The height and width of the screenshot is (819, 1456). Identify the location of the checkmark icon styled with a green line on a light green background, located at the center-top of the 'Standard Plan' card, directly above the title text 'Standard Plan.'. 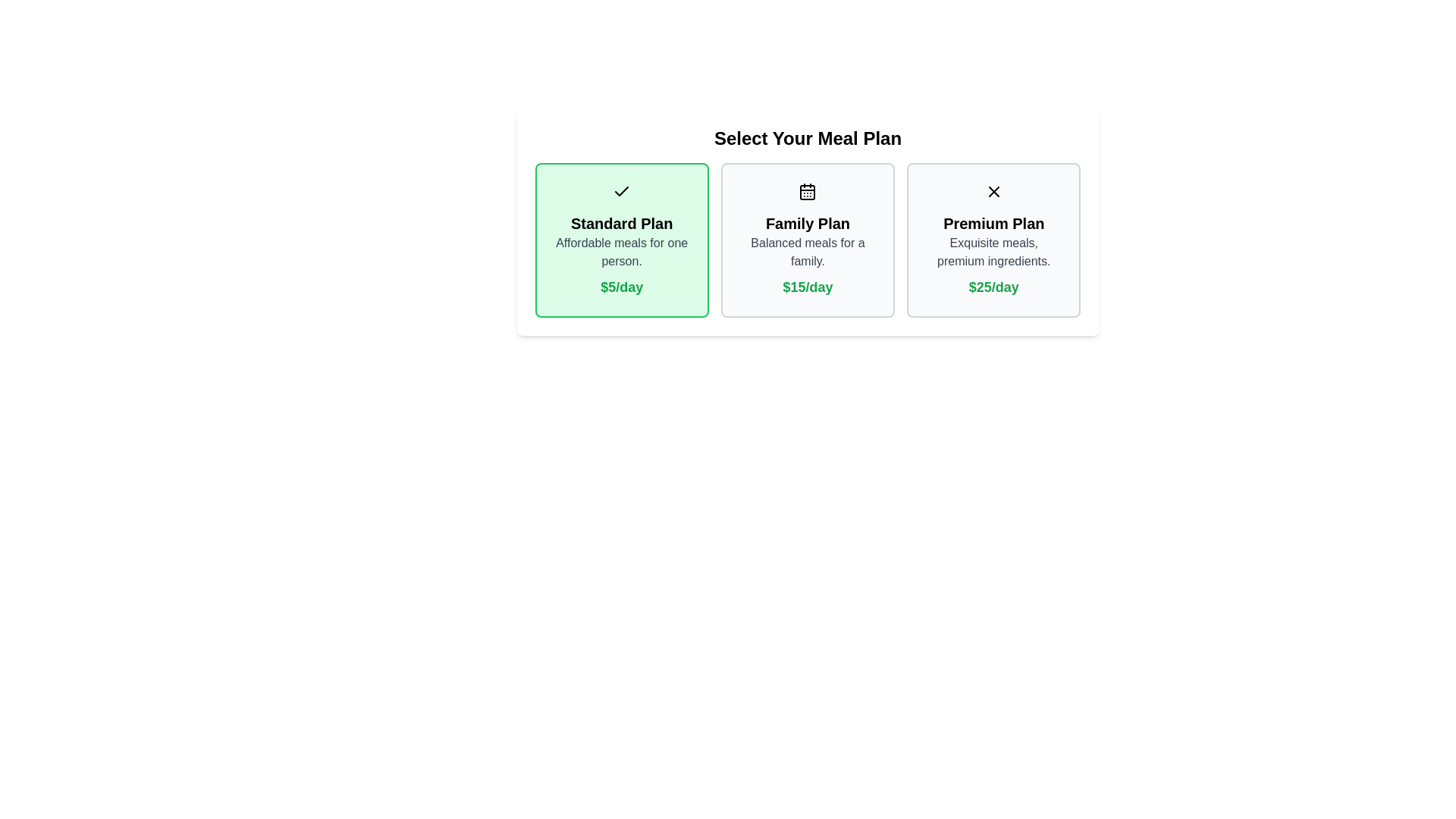
(622, 191).